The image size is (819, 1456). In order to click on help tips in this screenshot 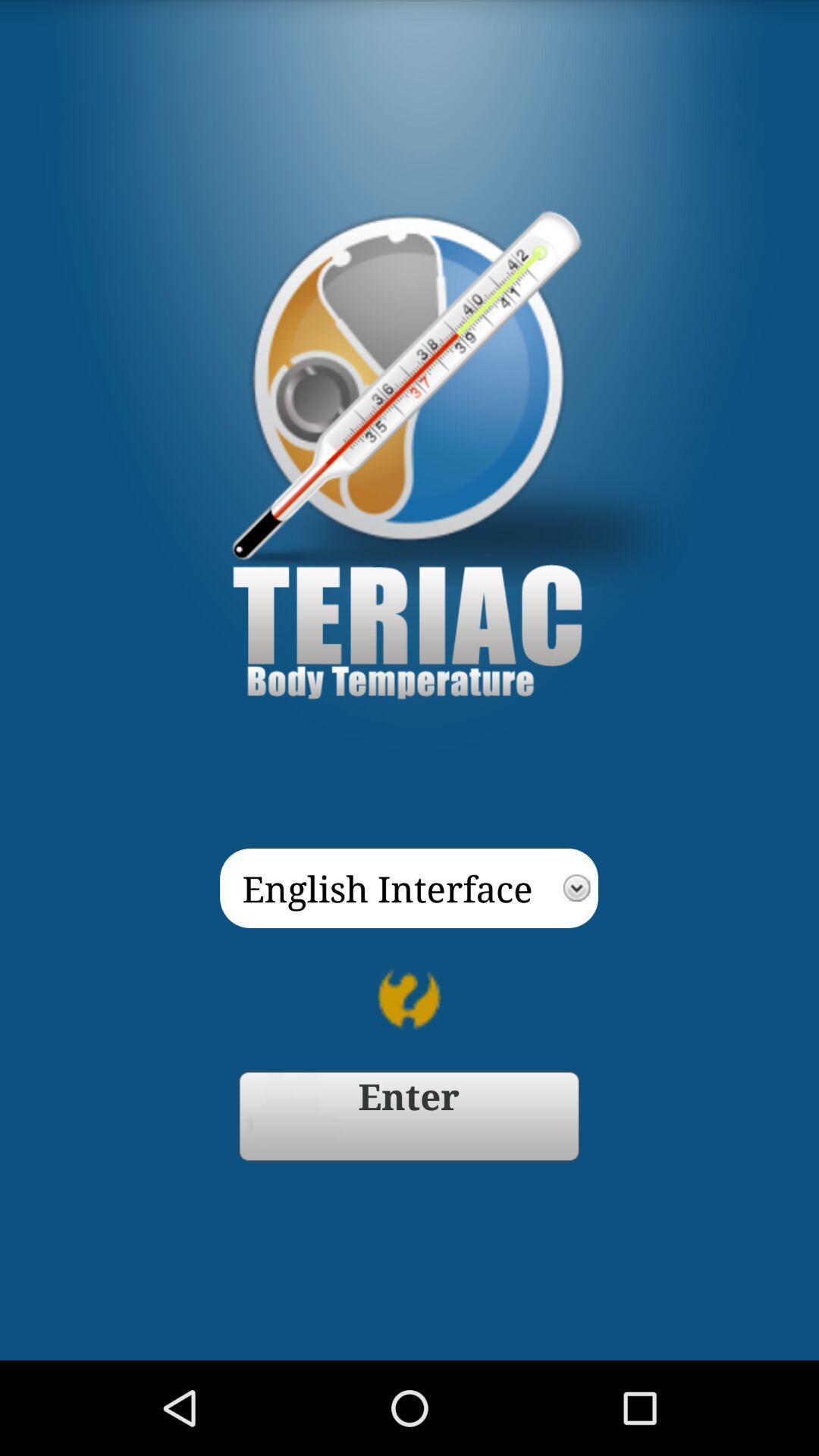, I will do `click(409, 999)`.